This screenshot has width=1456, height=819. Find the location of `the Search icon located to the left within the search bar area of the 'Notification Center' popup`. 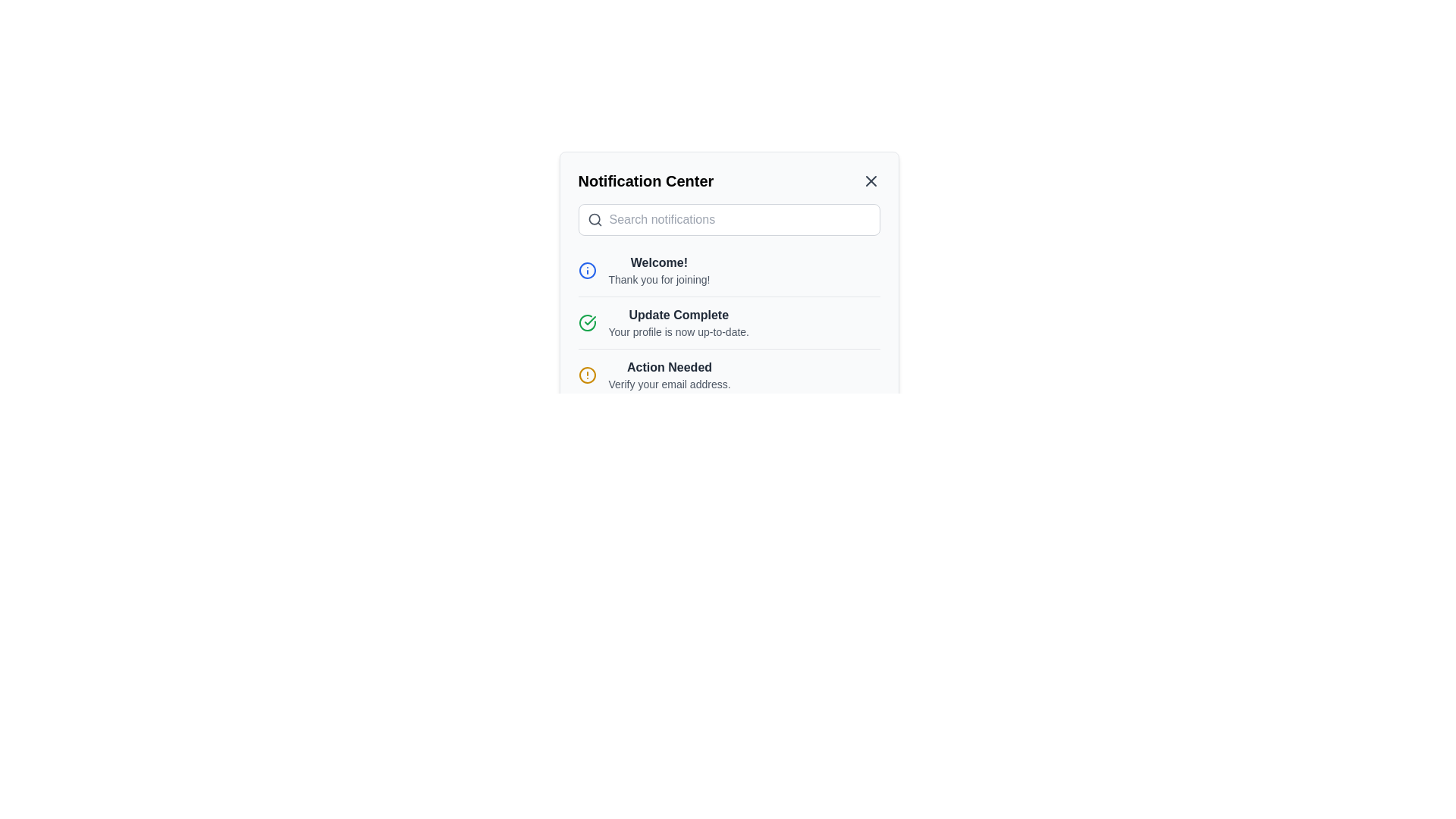

the Search icon located to the left within the search bar area of the 'Notification Center' popup is located at coordinates (594, 219).